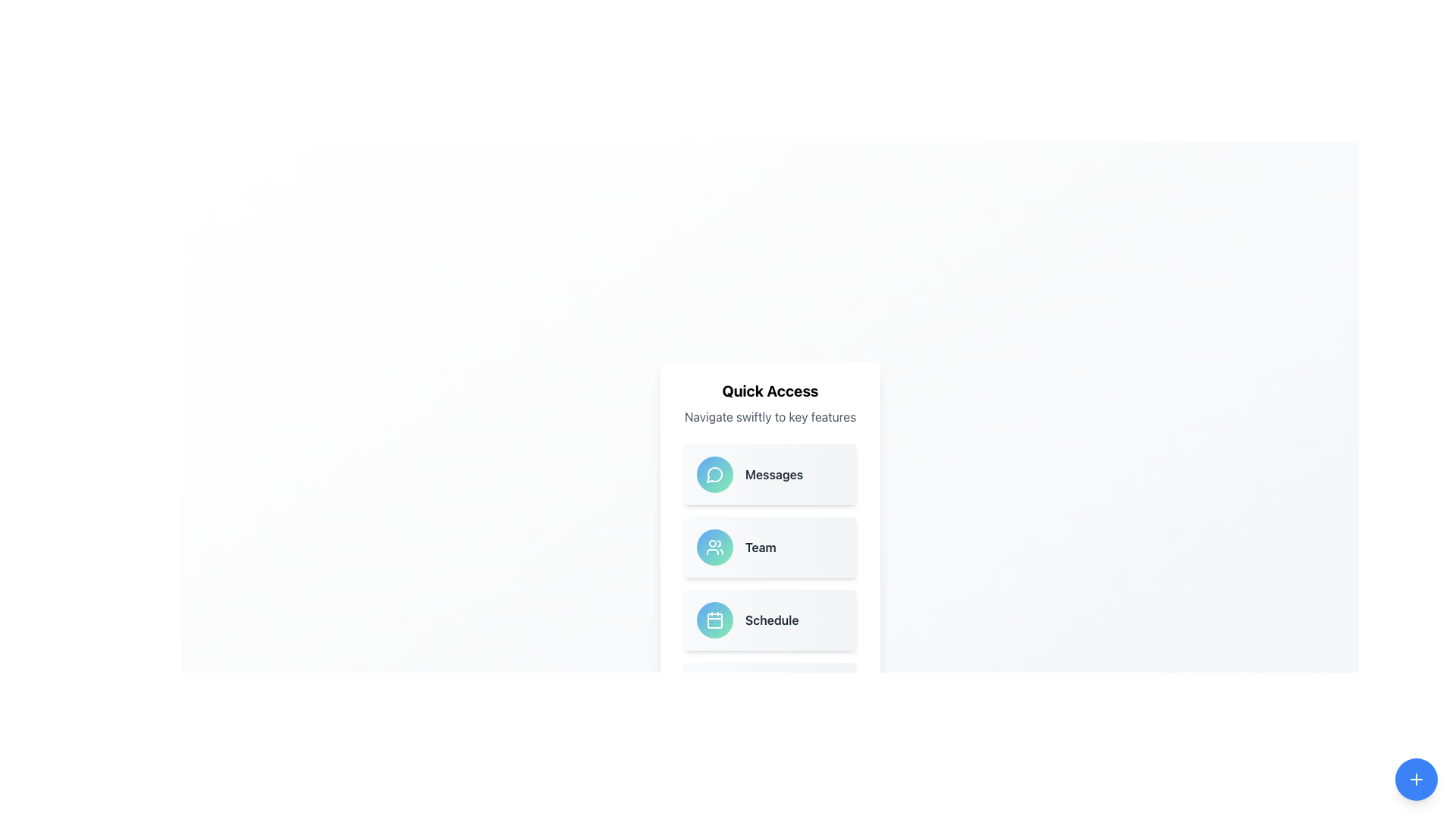  Describe the element at coordinates (761, 547) in the screenshot. I see `the 'Team' label within the 'Quick Access' card, which is the second item in the list and is right-aligned with an icon on the left side` at that location.